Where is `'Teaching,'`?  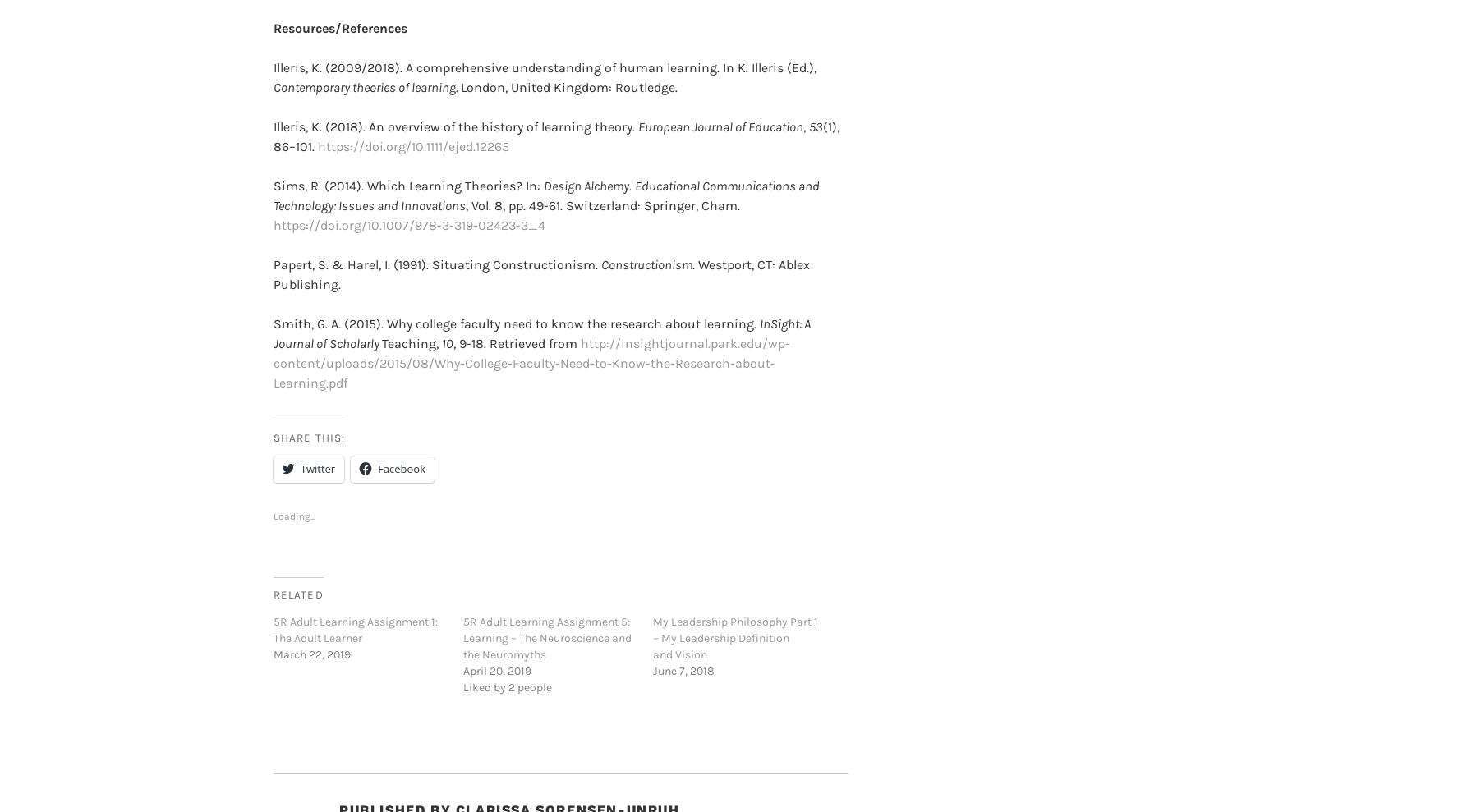 'Teaching,' is located at coordinates (411, 317).